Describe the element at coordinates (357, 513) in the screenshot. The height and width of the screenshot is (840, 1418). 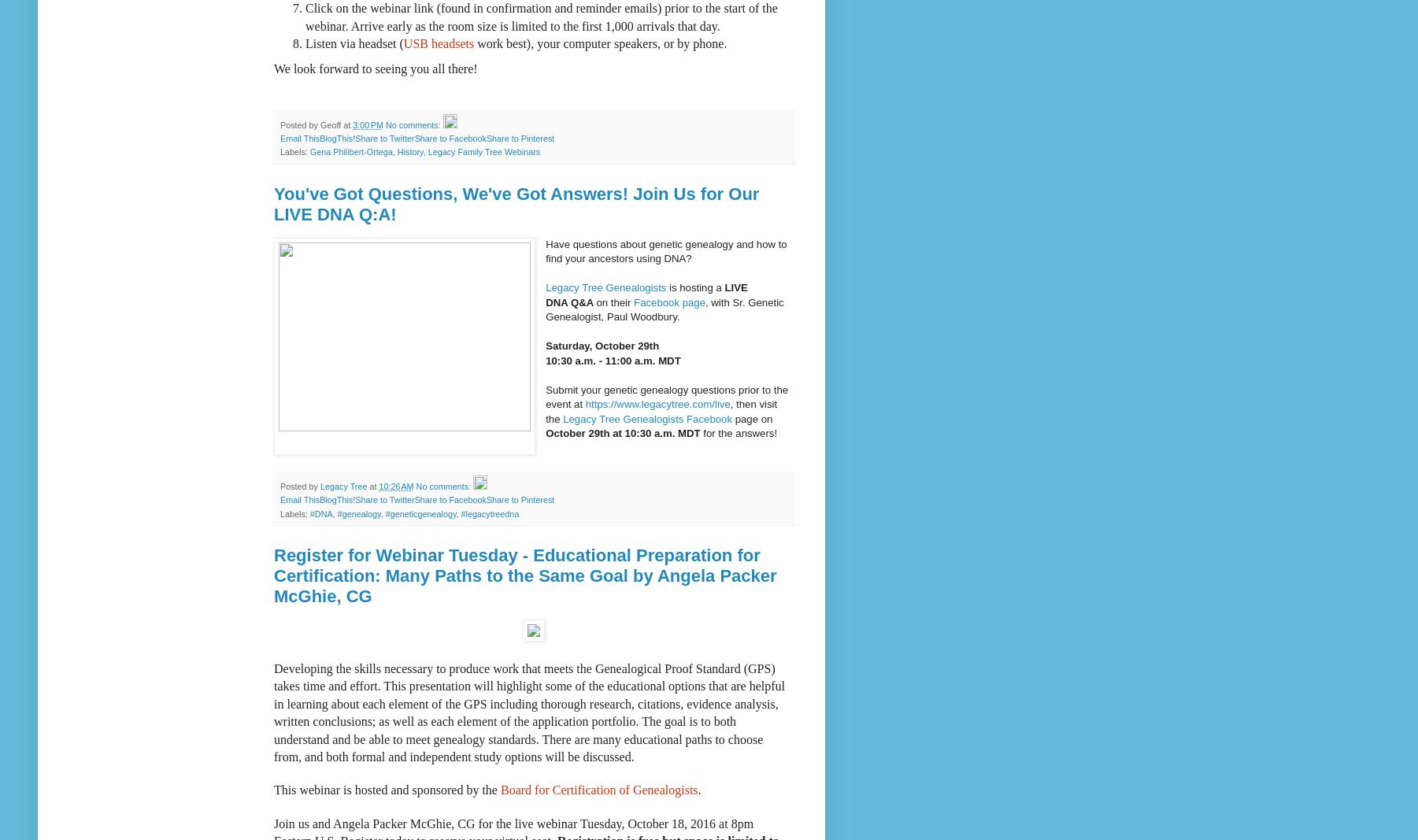
I see `'#genealogy'` at that location.